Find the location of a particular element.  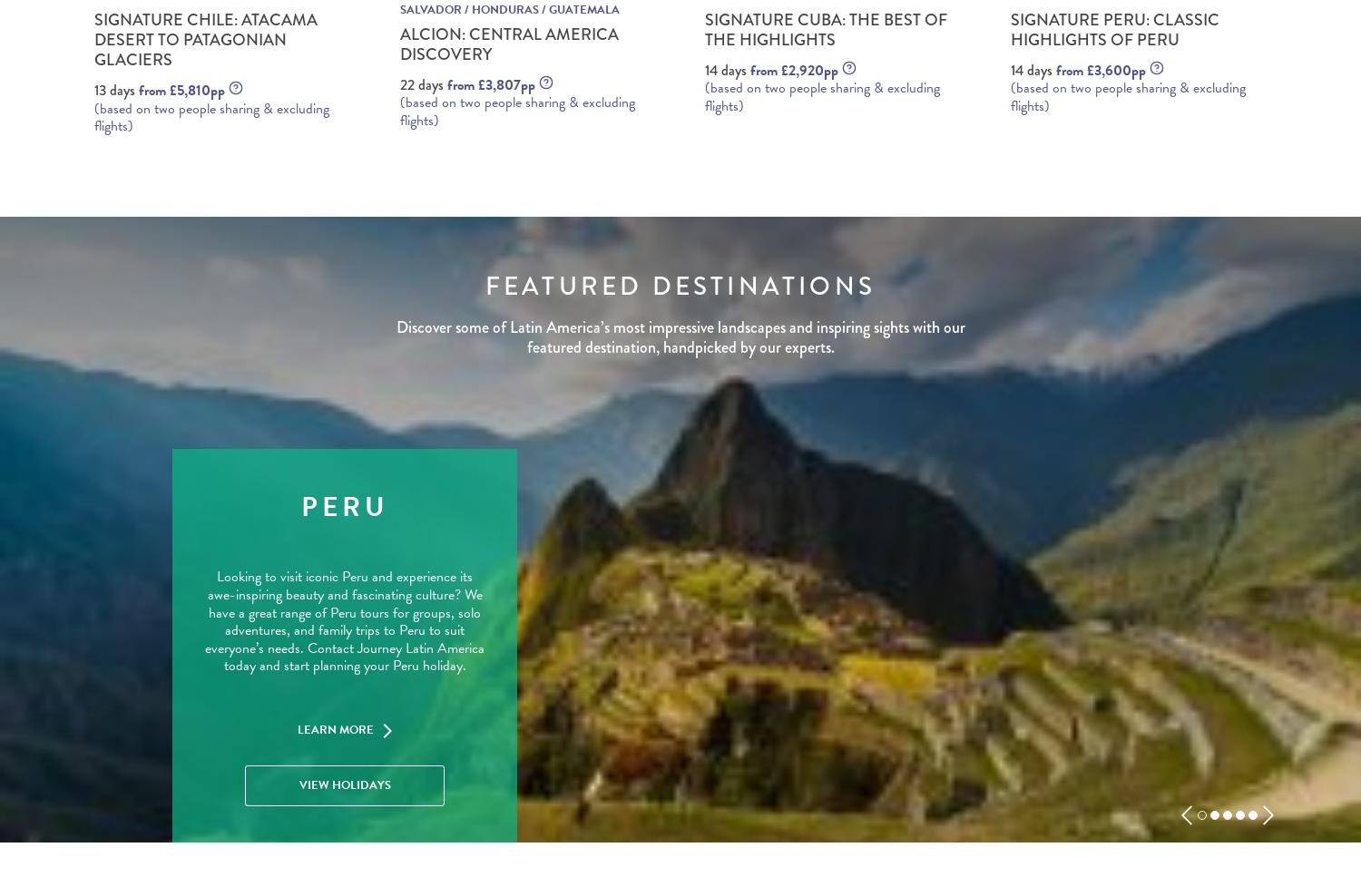

'Signature Cuba: The best of the highlights' is located at coordinates (826, 28).